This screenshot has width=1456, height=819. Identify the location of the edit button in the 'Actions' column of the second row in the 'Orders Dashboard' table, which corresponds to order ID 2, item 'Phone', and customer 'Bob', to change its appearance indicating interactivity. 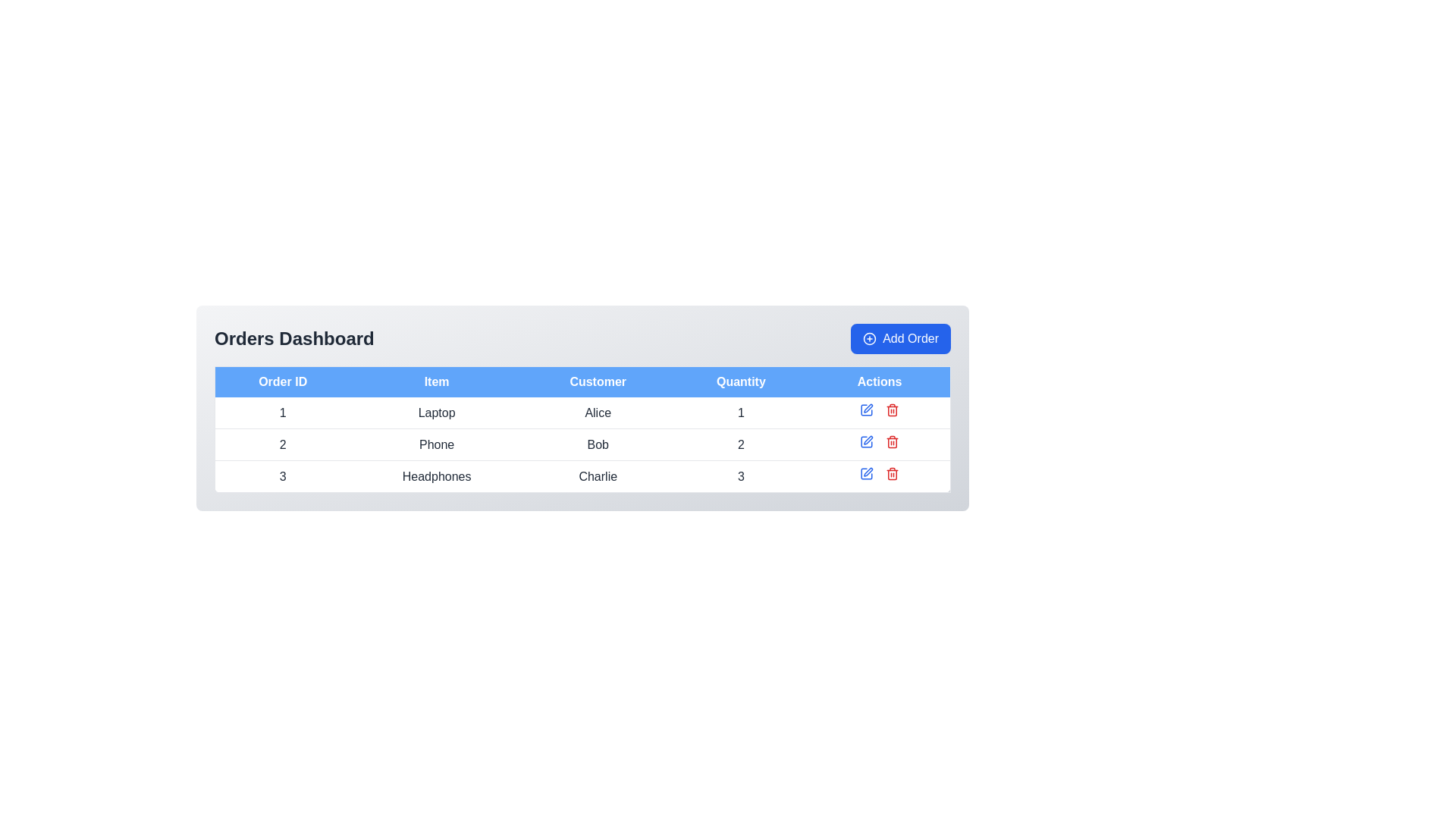
(867, 441).